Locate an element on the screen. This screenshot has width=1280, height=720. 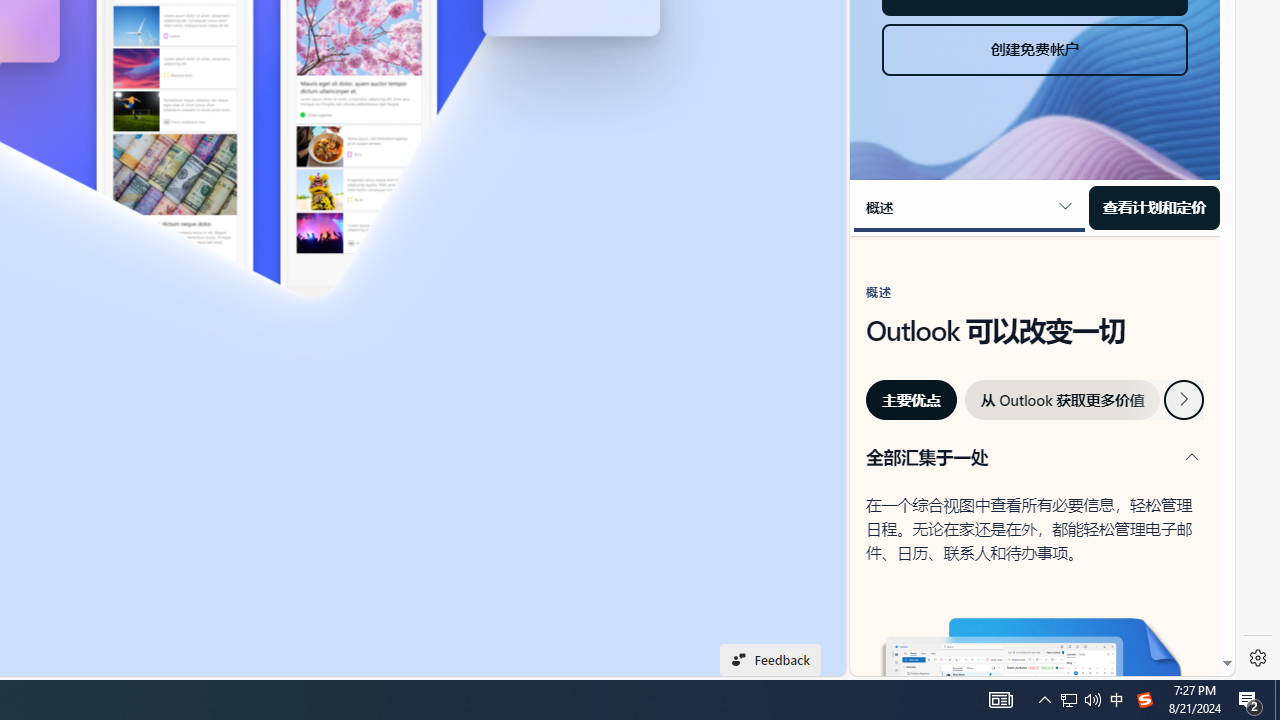
'Settings' is located at coordinates (1257, 658).